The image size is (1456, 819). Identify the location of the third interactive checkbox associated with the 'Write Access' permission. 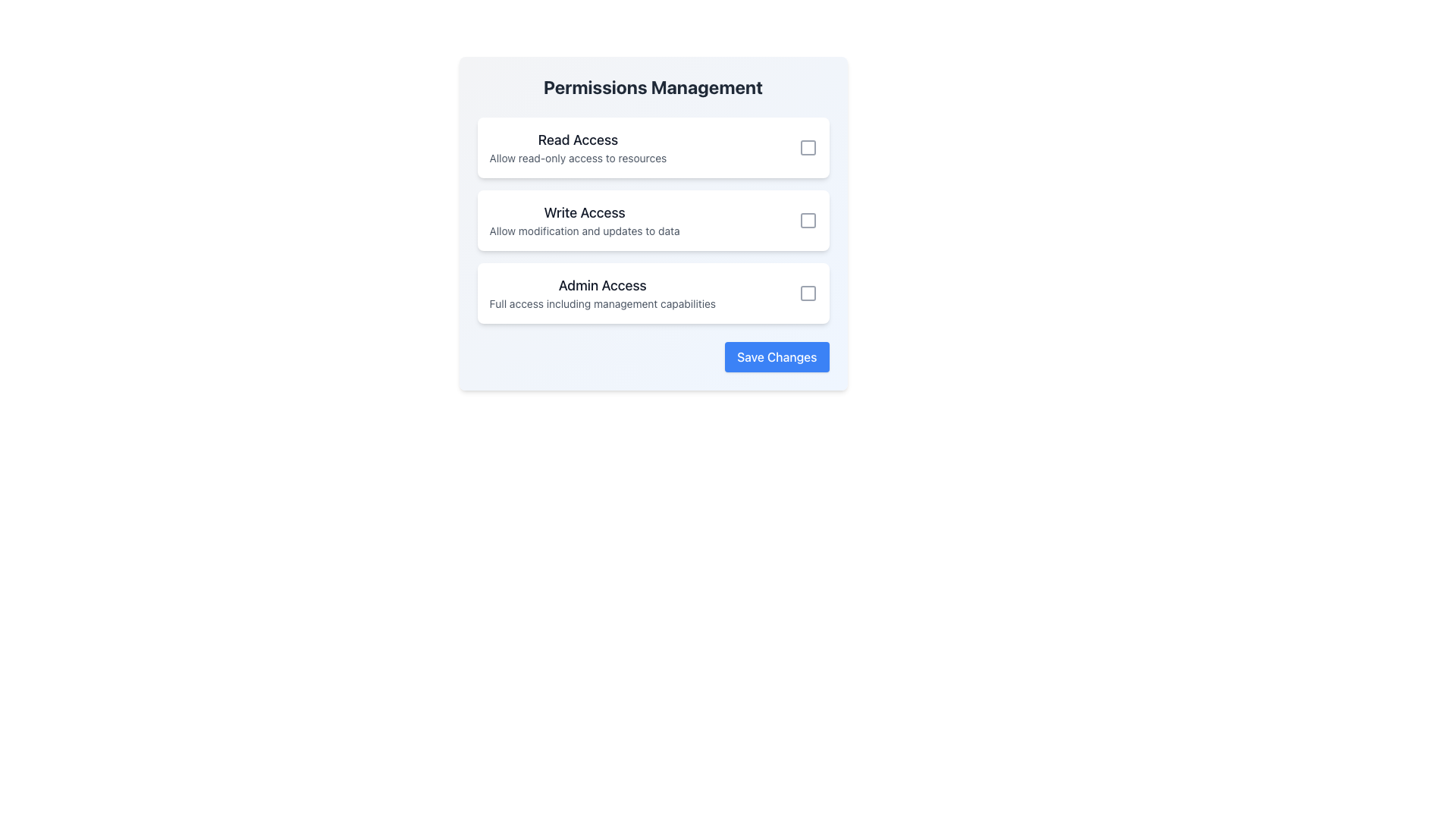
(807, 220).